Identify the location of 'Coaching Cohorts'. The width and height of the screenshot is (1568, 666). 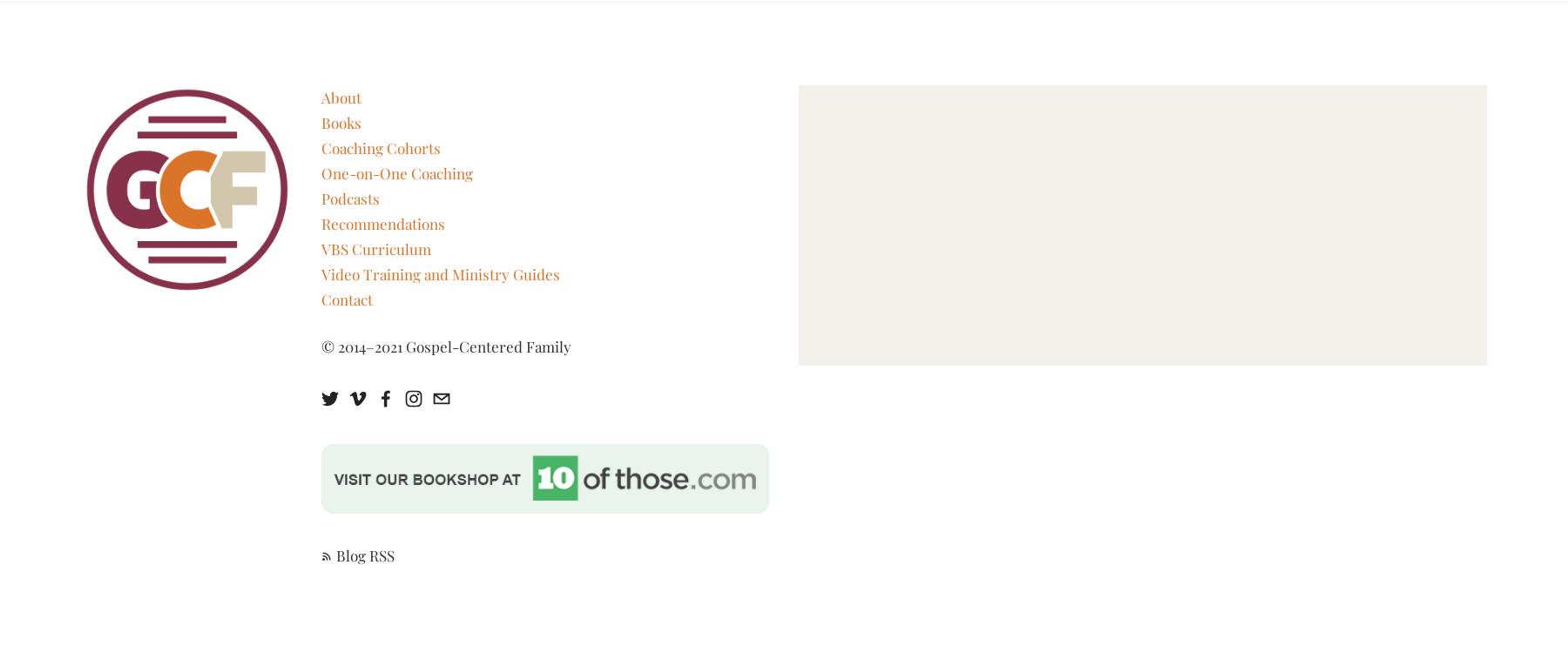
(380, 147).